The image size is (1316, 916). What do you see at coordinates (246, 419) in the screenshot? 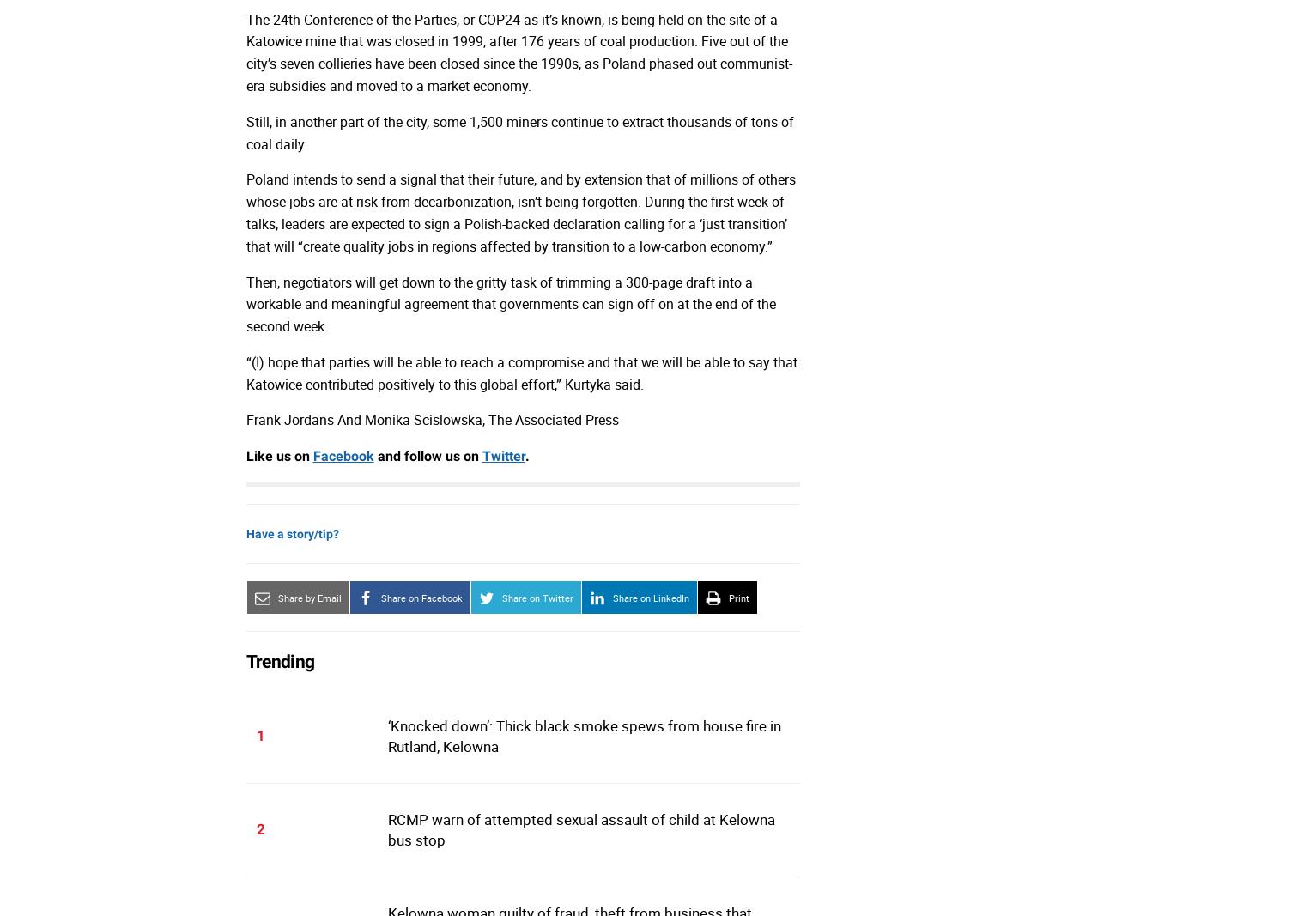
I see `'Frank Jordans And Monika Scislowska, The Associated Press'` at bounding box center [246, 419].